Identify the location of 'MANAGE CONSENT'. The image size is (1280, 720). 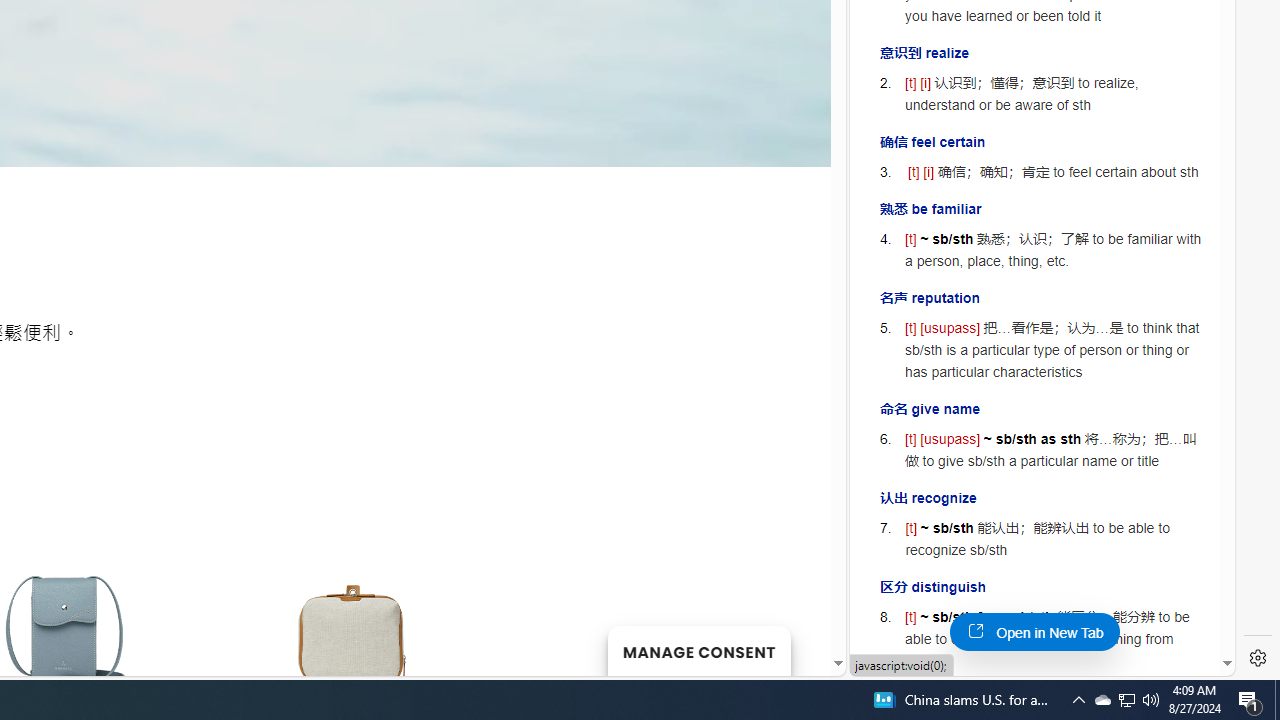
(698, 650).